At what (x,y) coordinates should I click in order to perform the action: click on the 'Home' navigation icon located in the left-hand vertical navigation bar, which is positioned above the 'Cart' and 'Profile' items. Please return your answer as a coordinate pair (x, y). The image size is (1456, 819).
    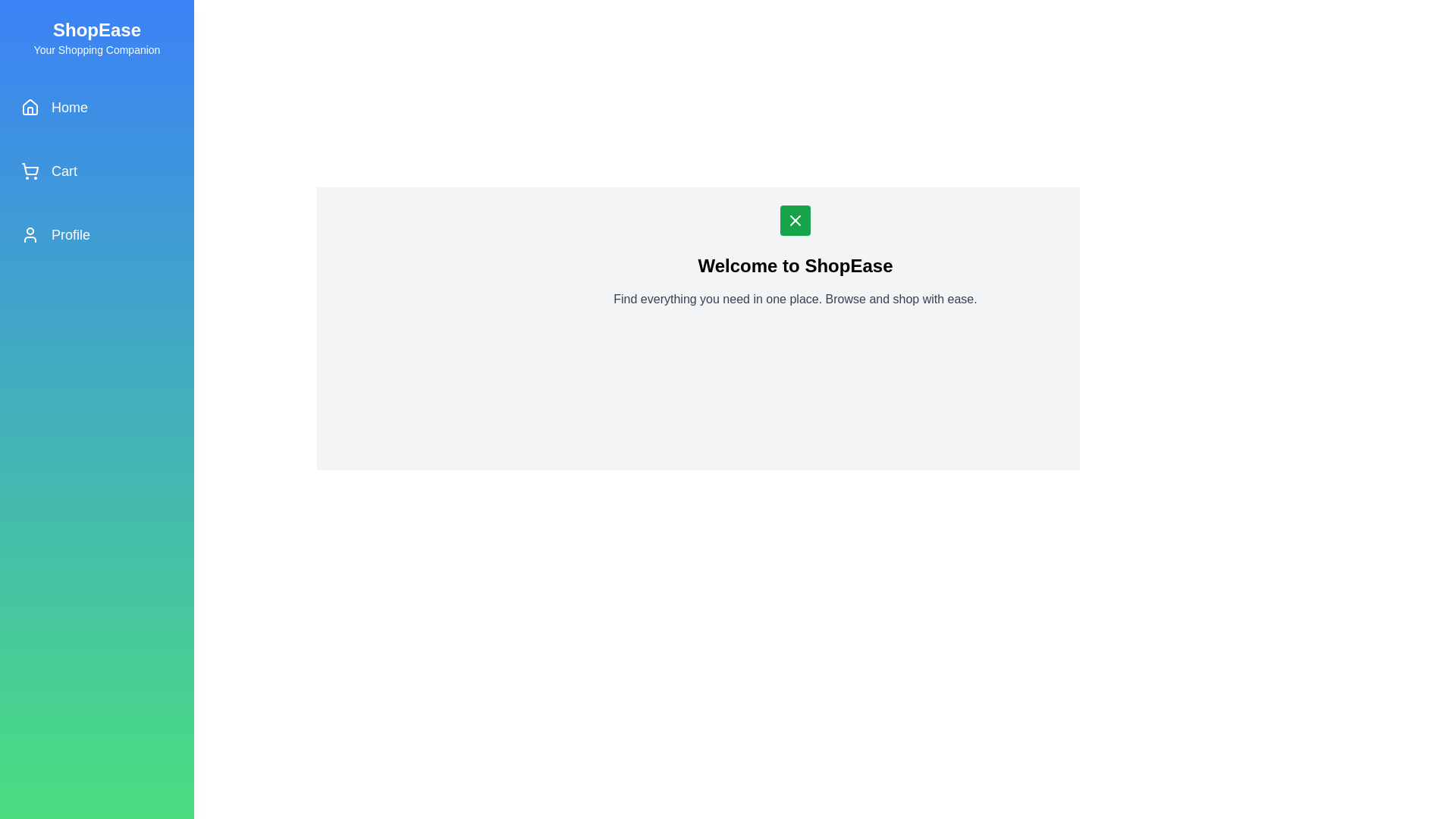
    Looking at the image, I should click on (30, 107).